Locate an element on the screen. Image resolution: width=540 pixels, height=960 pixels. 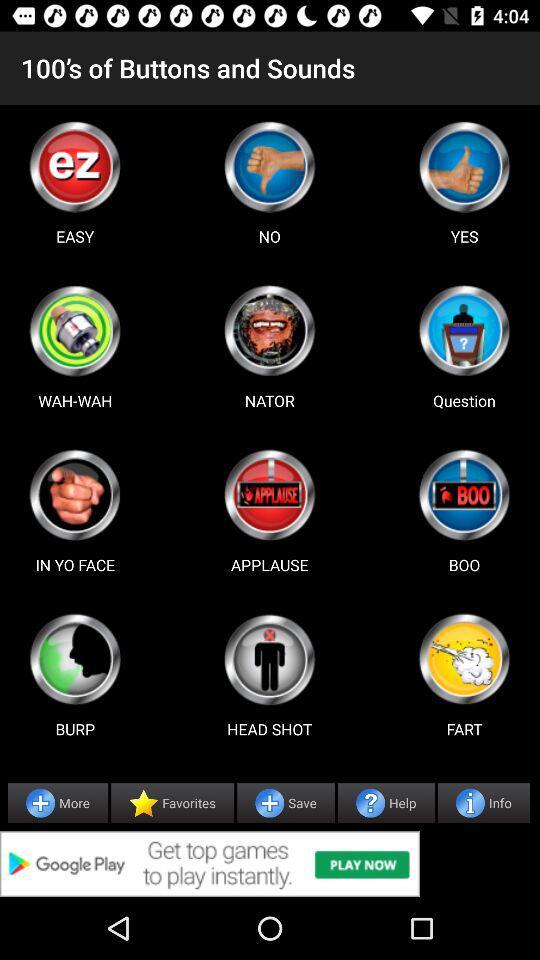
choose sound option is located at coordinates (464, 330).